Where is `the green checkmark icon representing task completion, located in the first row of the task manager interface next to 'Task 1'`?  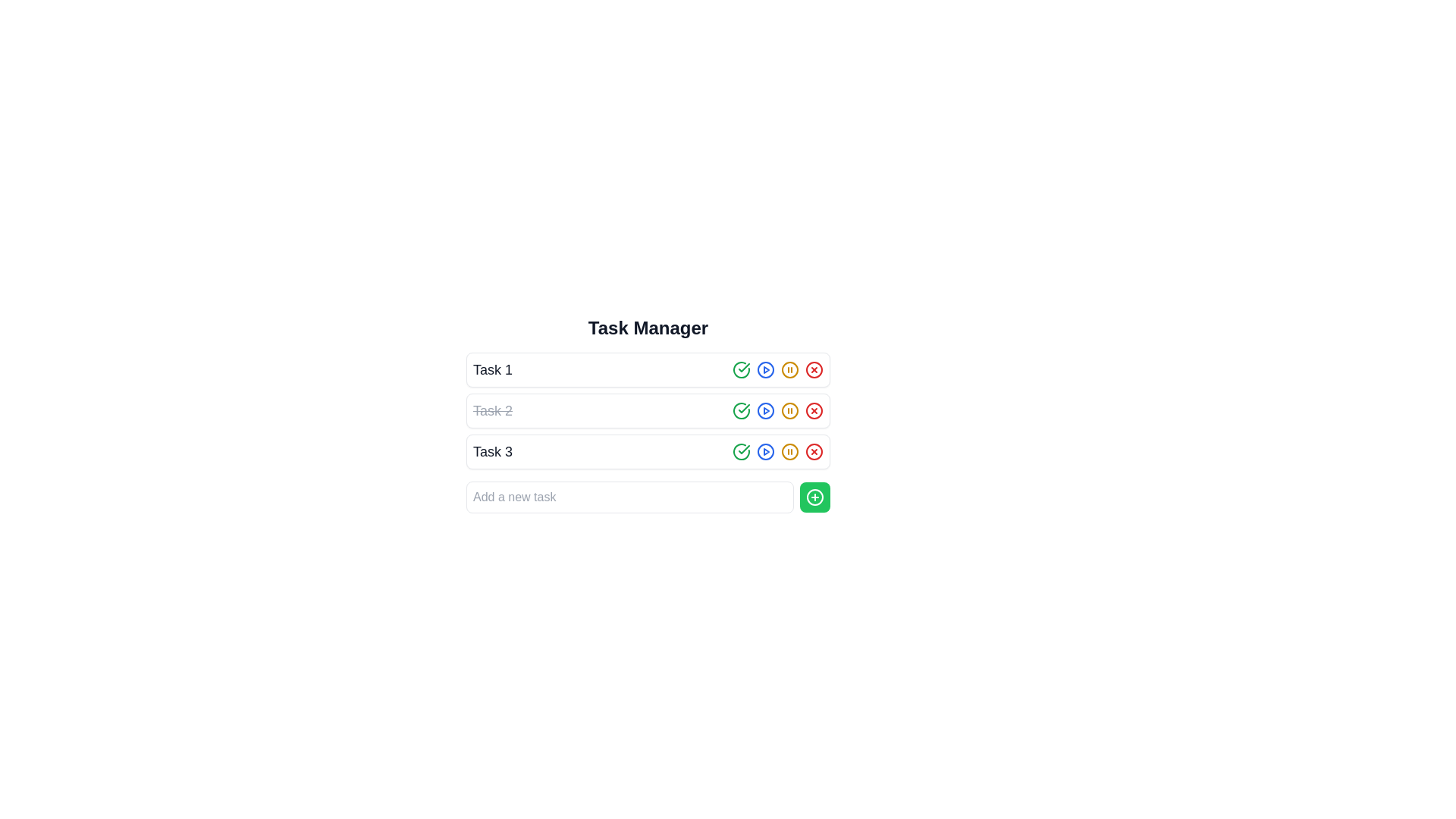 the green checkmark icon representing task completion, located in the first row of the task manager interface next to 'Task 1' is located at coordinates (744, 408).